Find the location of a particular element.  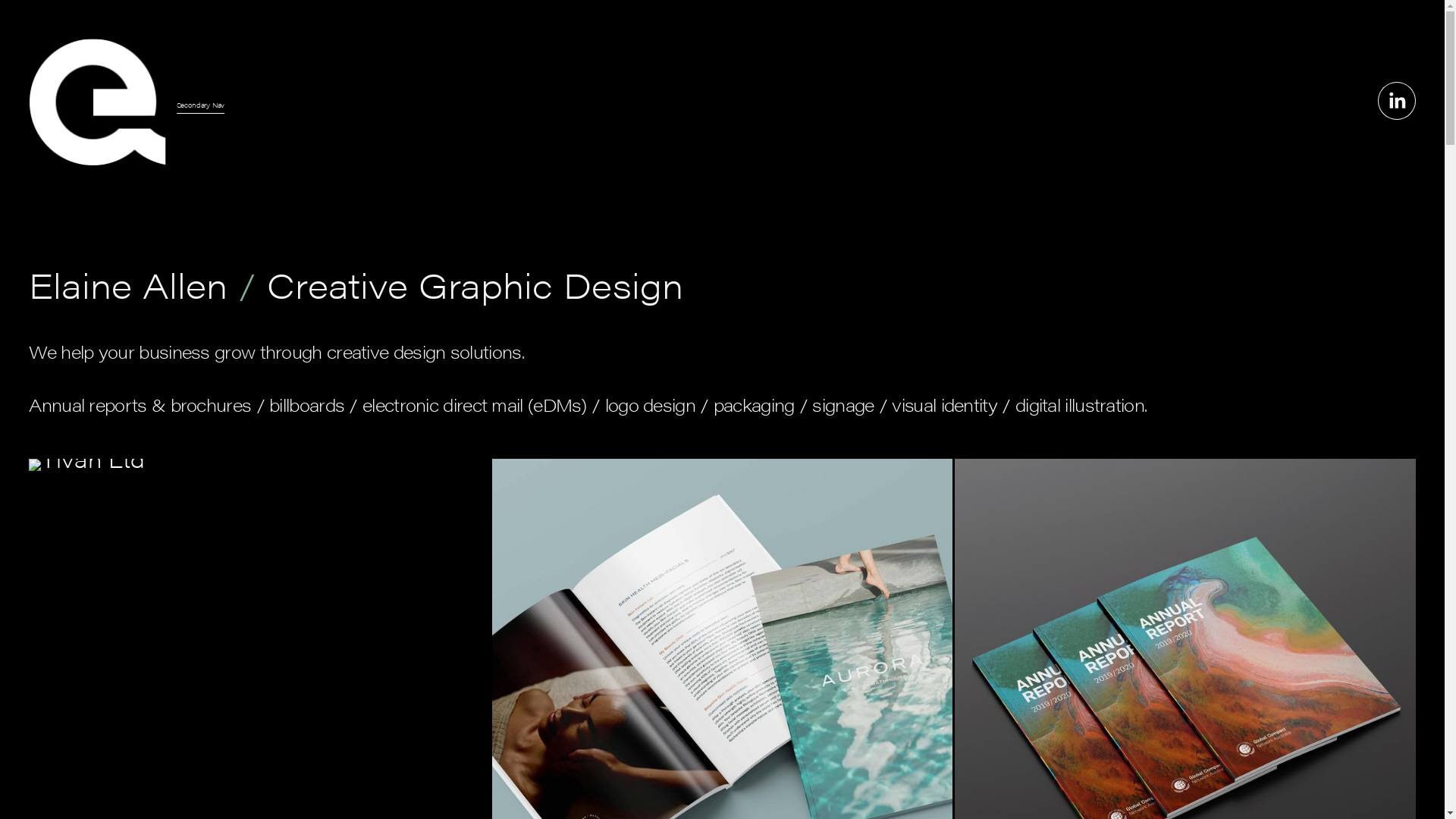

'Secondary Nav' is located at coordinates (199, 104).